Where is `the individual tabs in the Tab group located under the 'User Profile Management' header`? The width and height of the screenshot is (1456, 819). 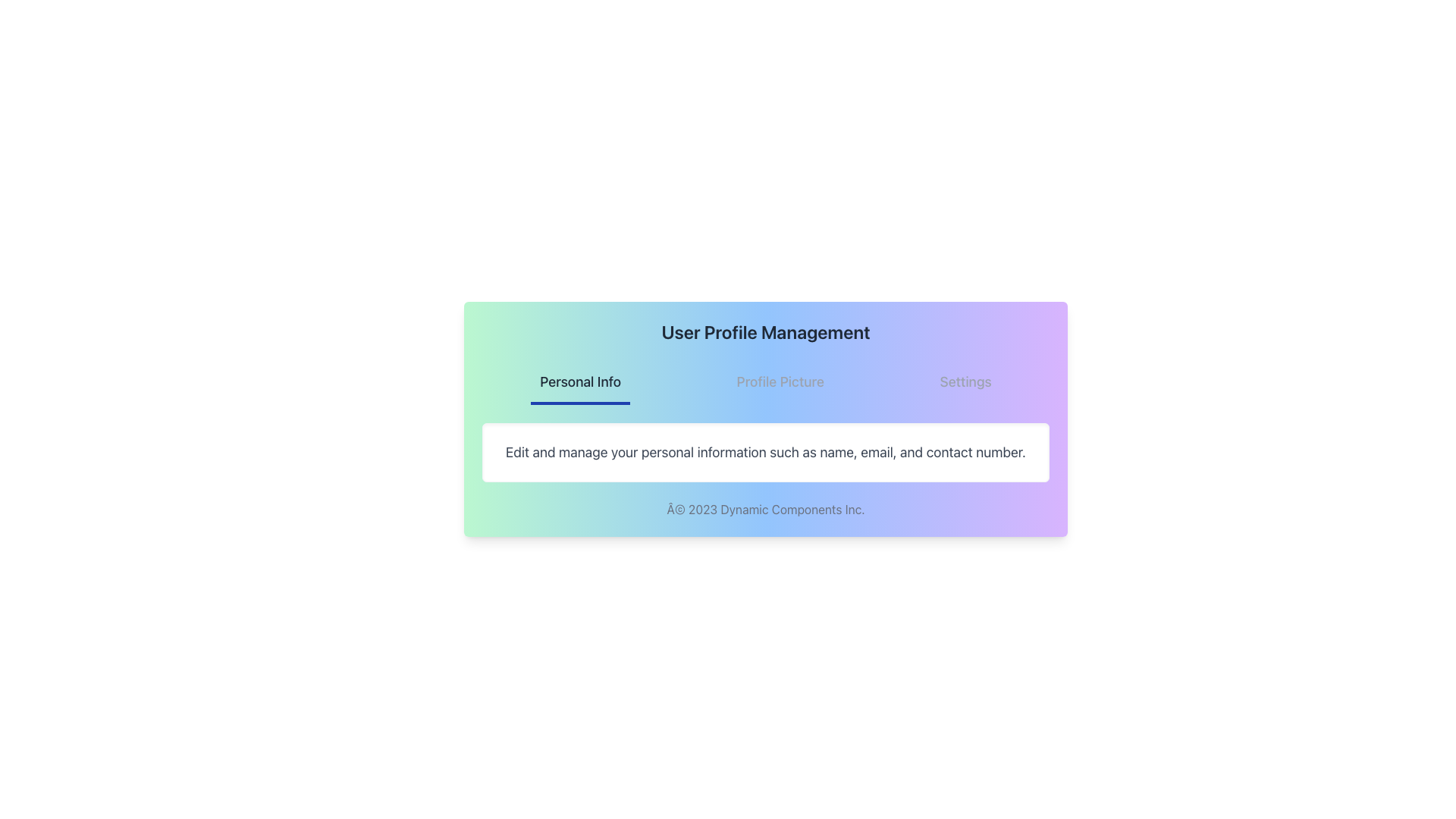 the individual tabs in the Tab group located under the 'User Profile Management' header is located at coordinates (765, 382).